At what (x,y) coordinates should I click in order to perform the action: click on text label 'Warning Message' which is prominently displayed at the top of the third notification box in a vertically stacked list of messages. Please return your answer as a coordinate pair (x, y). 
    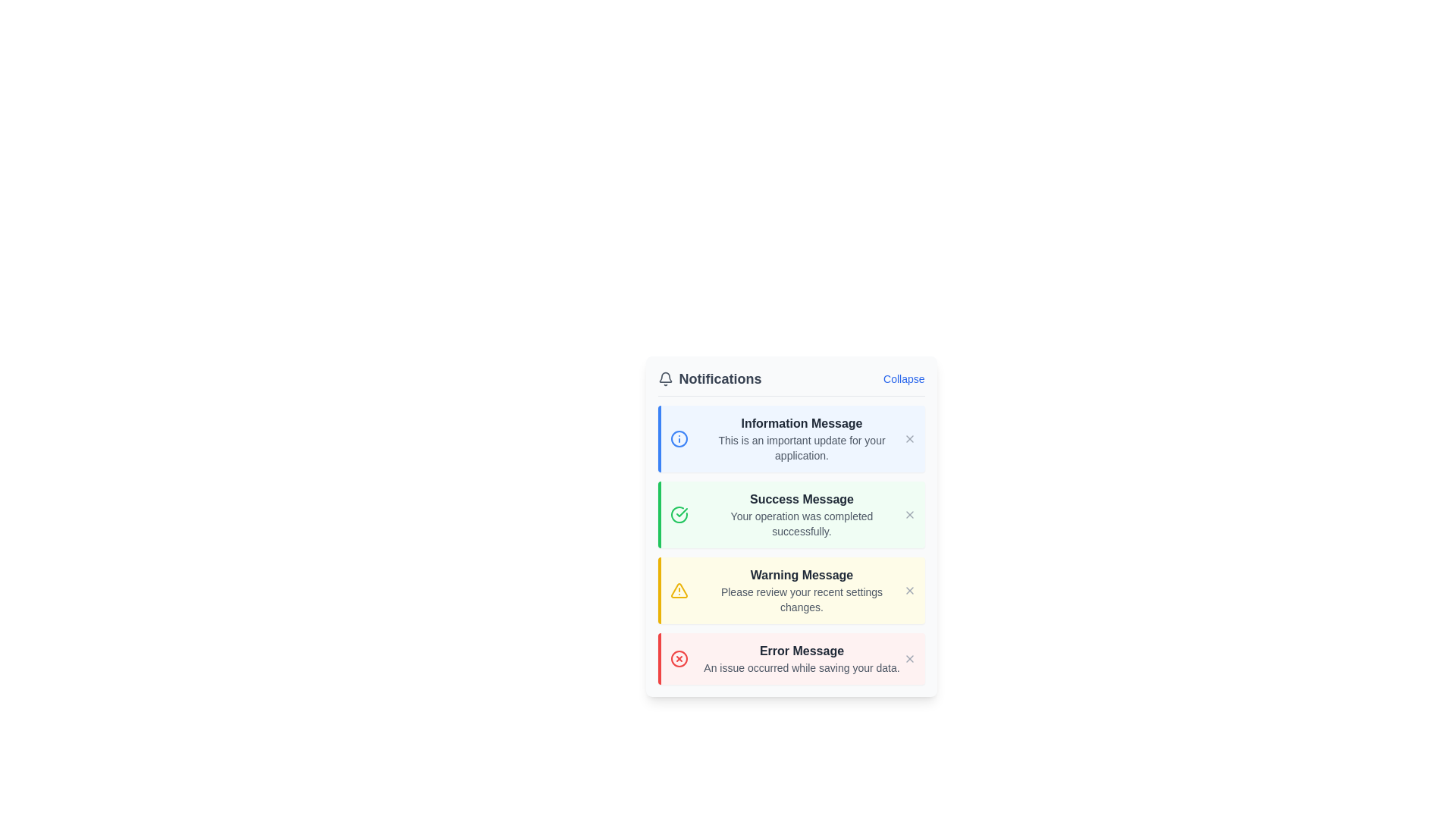
    Looking at the image, I should click on (801, 576).